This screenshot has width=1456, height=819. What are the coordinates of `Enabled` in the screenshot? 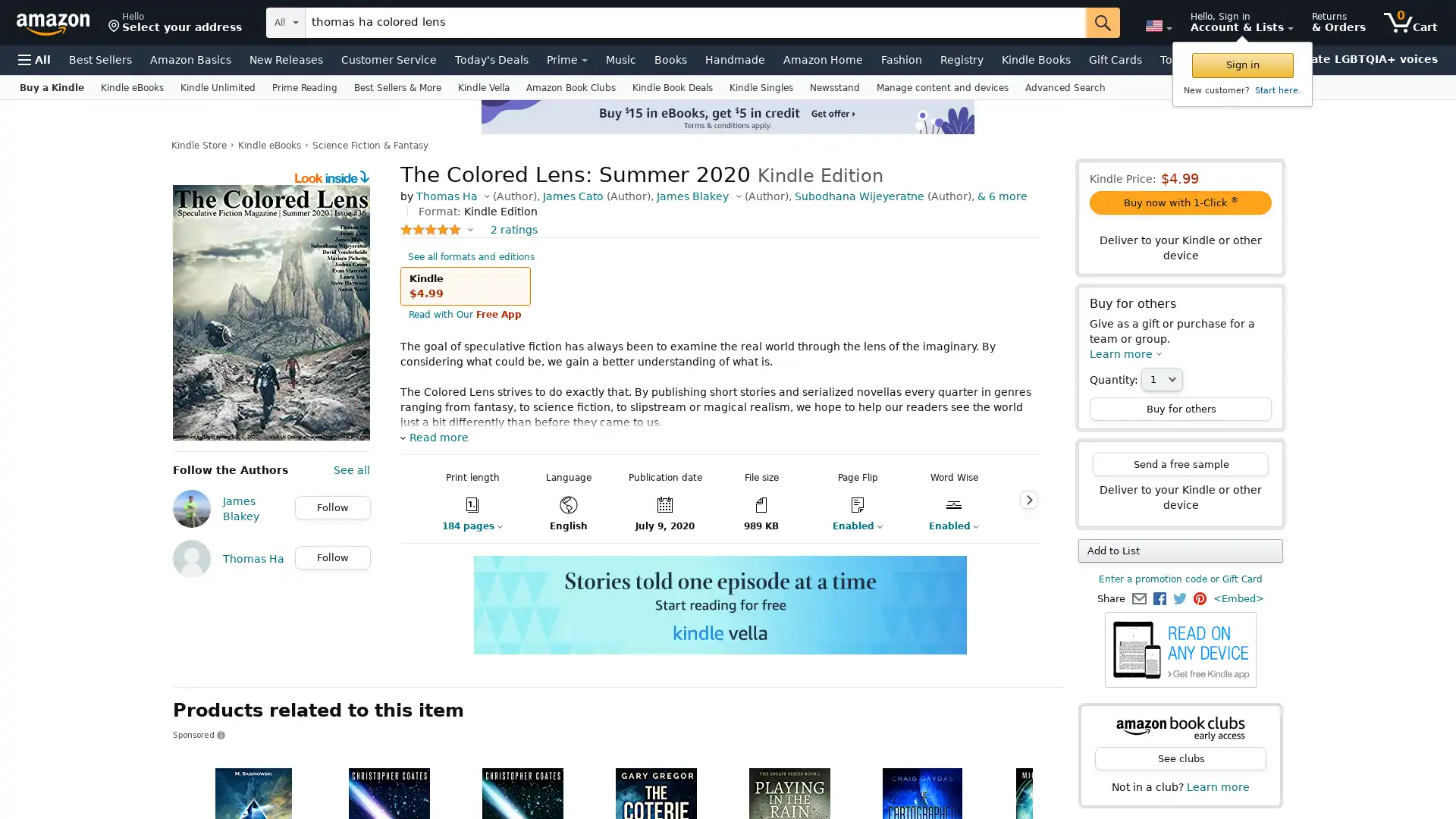 It's located at (952, 526).